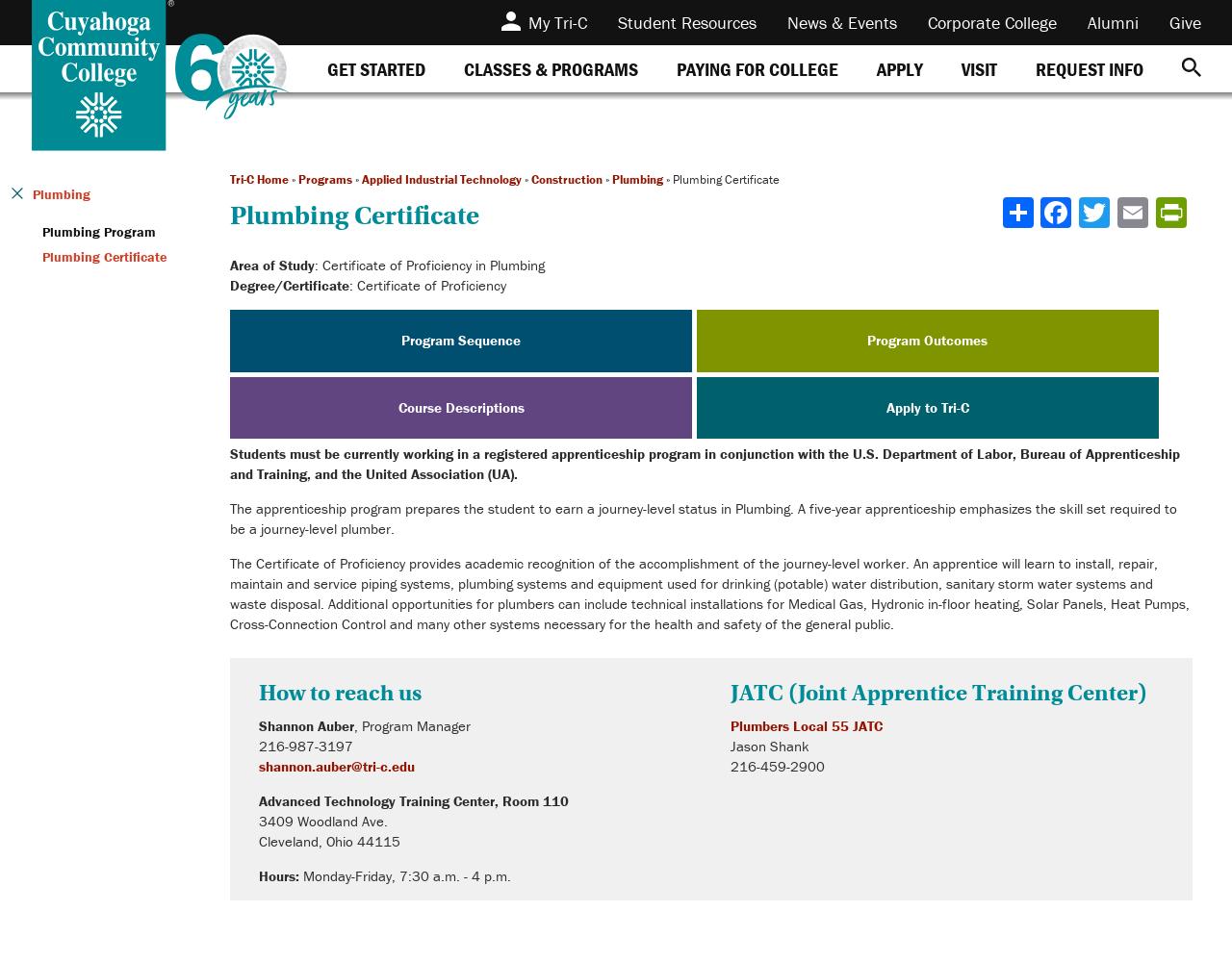 This screenshot has height=962, width=1232. What do you see at coordinates (402, 875) in the screenshot?
I see `'Monday-Friday, 7:30 a.m. - 4 p.m.'` at bounding box center [402, 875].